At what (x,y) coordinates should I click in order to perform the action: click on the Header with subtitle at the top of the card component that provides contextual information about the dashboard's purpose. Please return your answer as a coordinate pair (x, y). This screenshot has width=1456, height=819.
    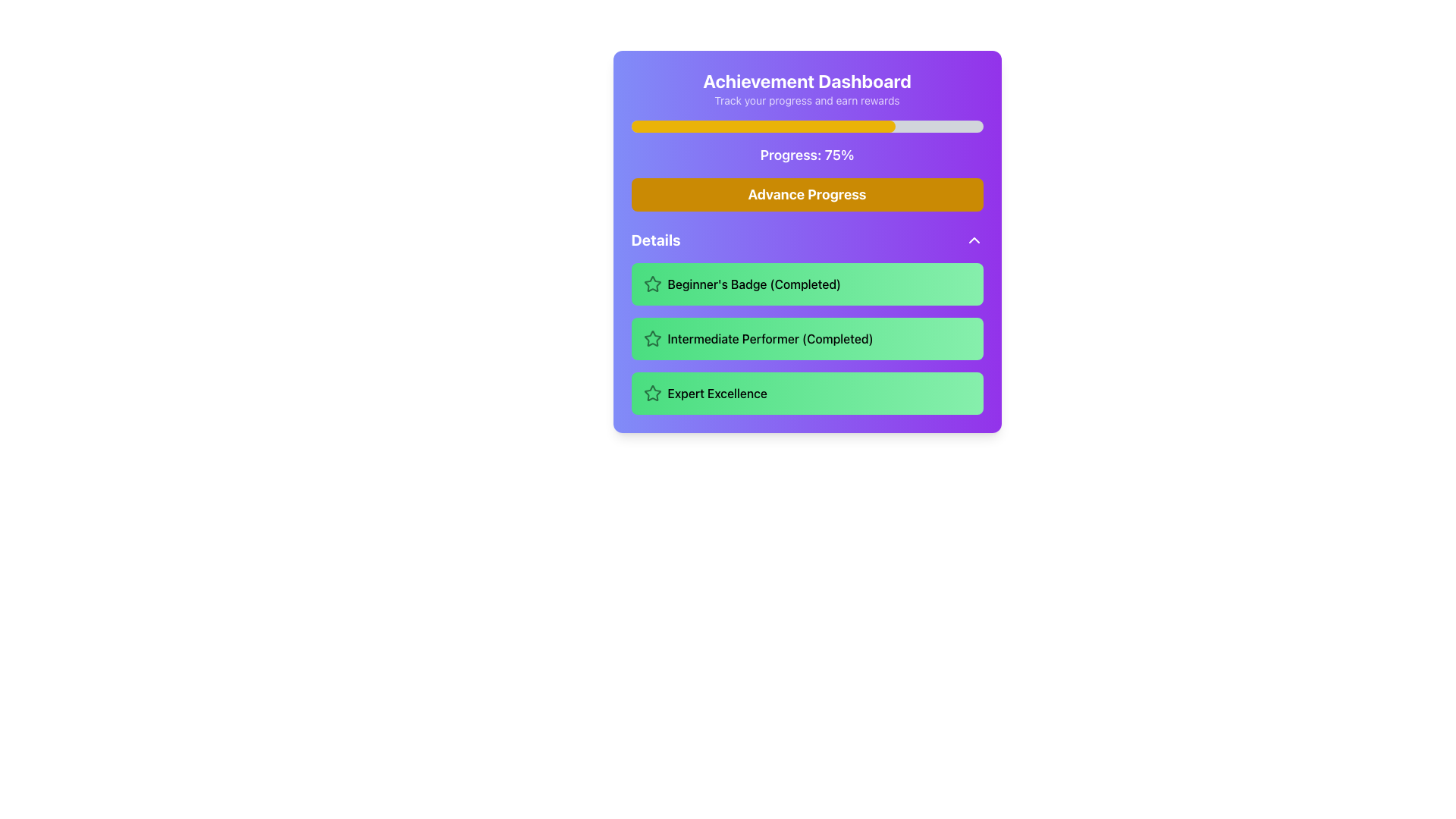
    Looking at the image, I should click on (806, 88).